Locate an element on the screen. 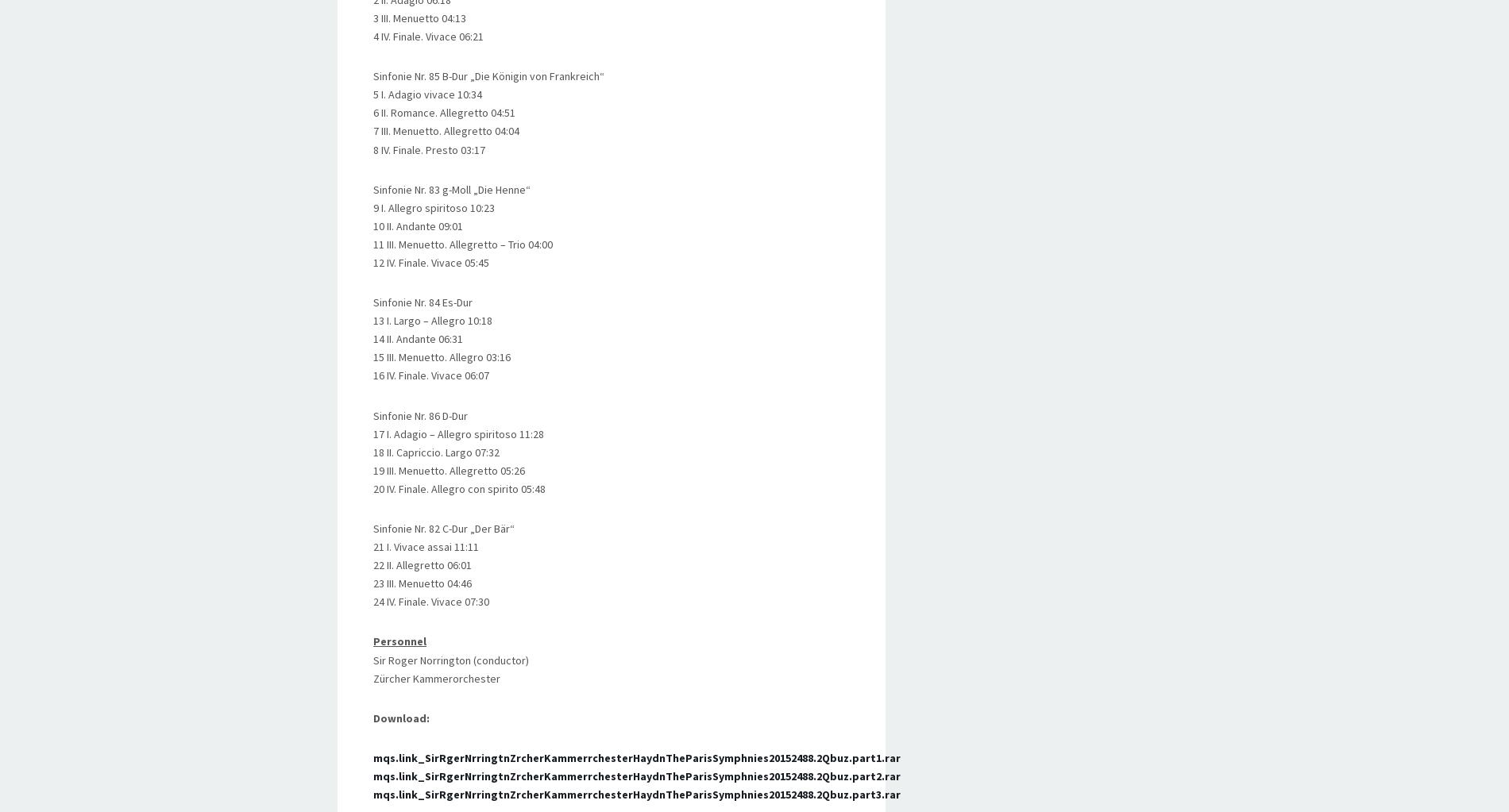  '13 I. Largo – Allegro 10:18' is located at coordinates (432, 320).